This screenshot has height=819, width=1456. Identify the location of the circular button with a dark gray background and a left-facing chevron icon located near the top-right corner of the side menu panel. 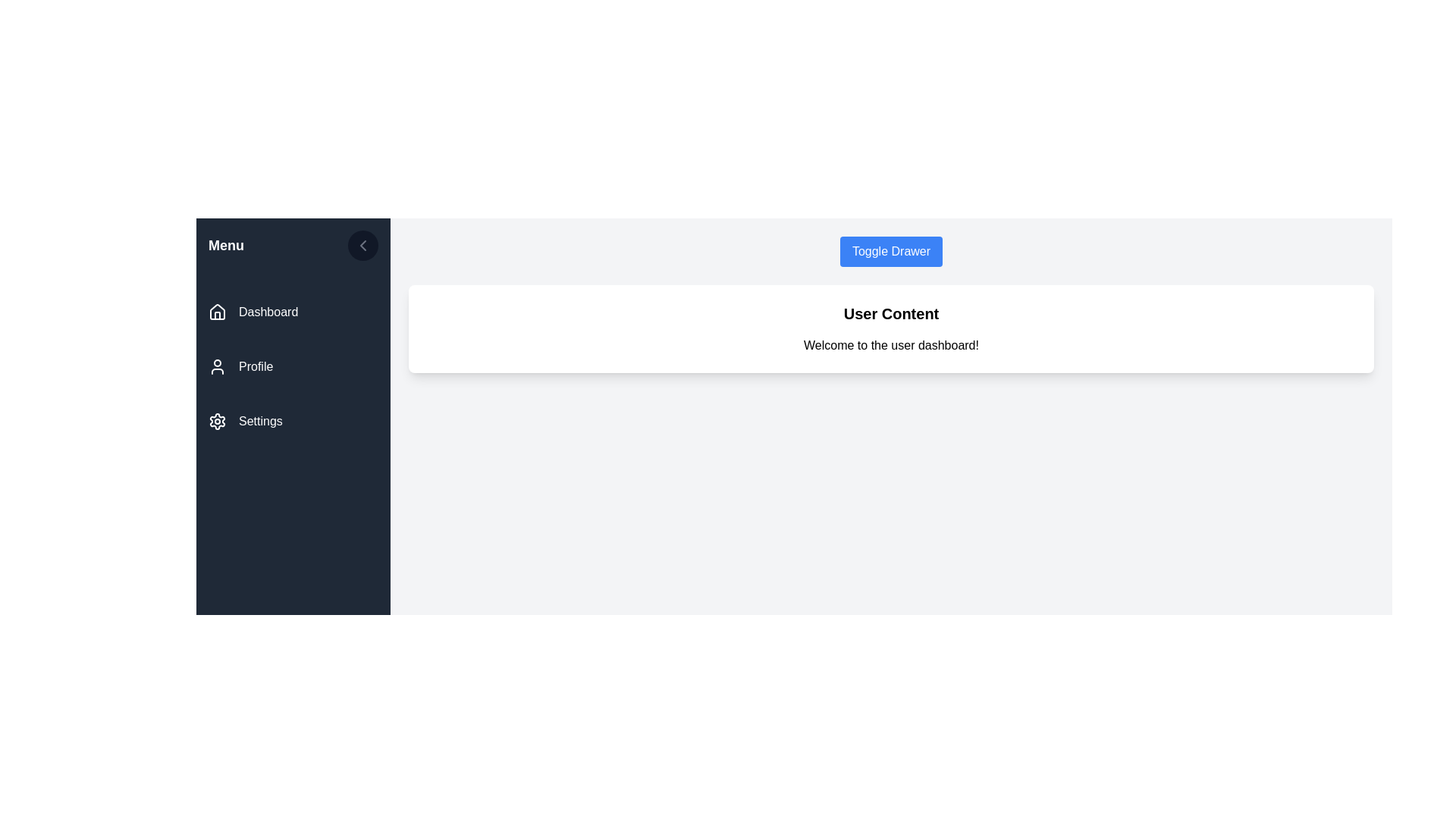
(362, 245).